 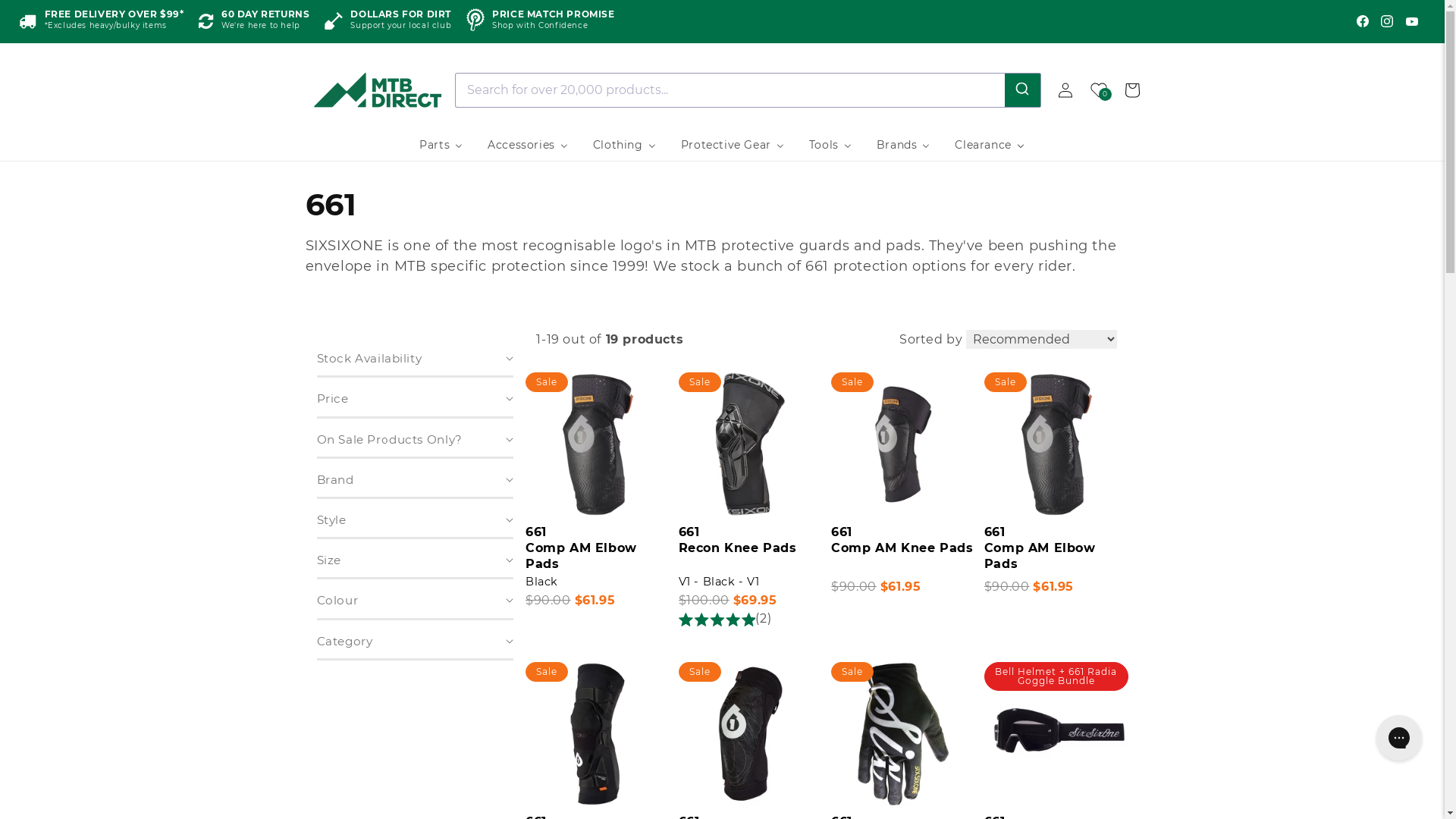 I want to click on 'Comp AM Elbow Pads', so click(x=984, y=555).